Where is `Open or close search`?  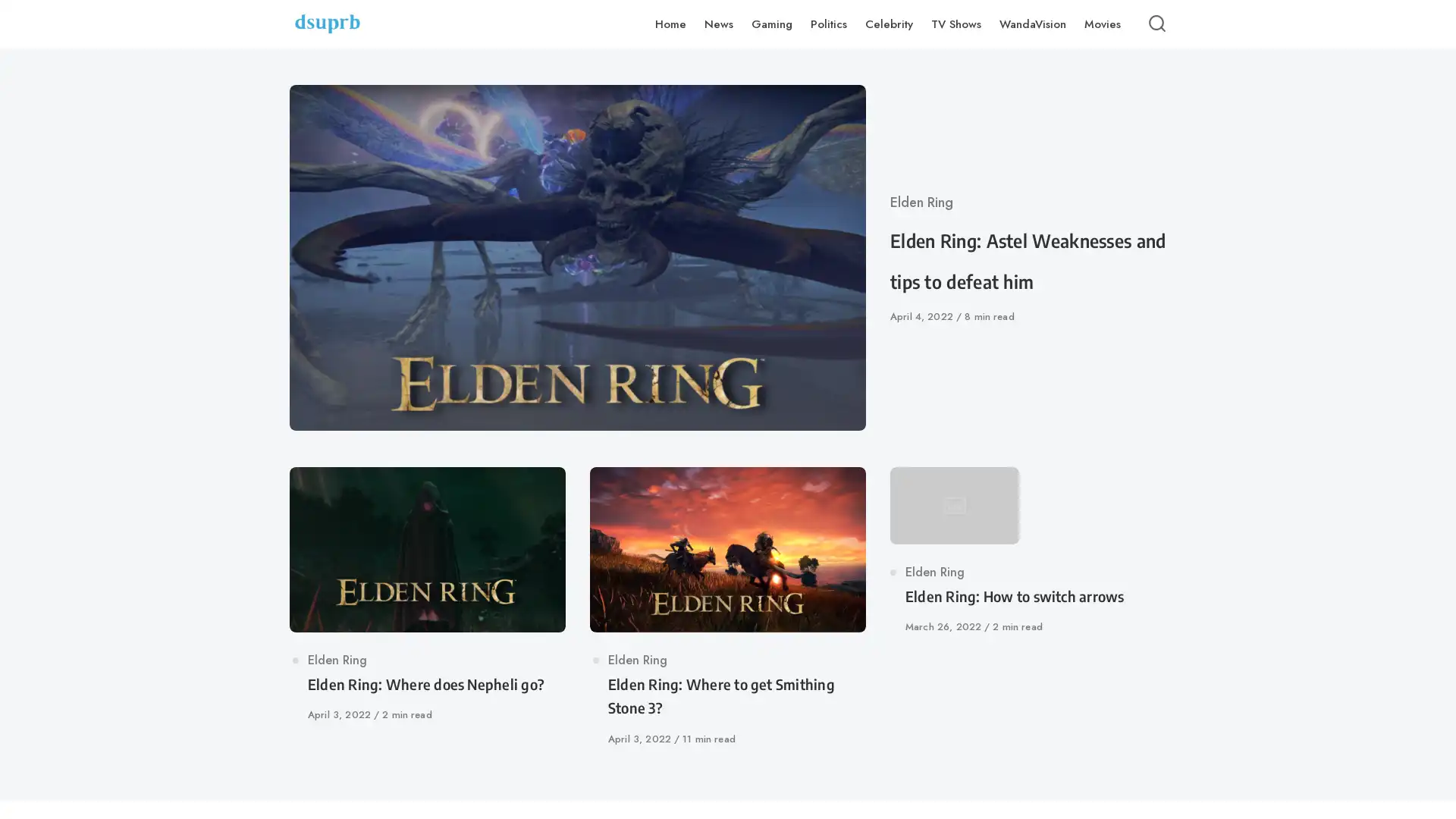
Open or close search is located at coordinates (1156, 24).